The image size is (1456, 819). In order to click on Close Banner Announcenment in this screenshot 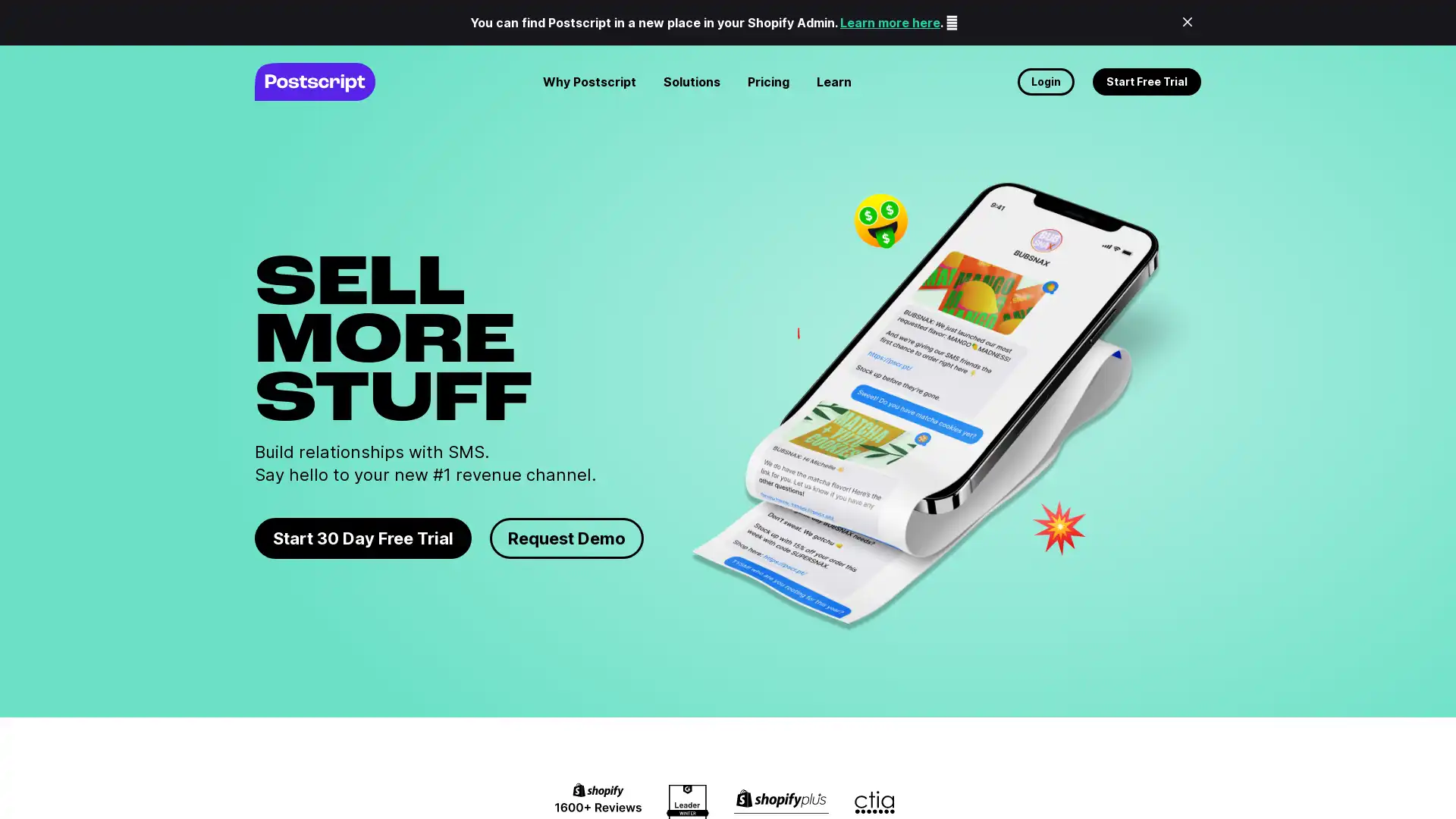, I will do `click(1186, 22)`.